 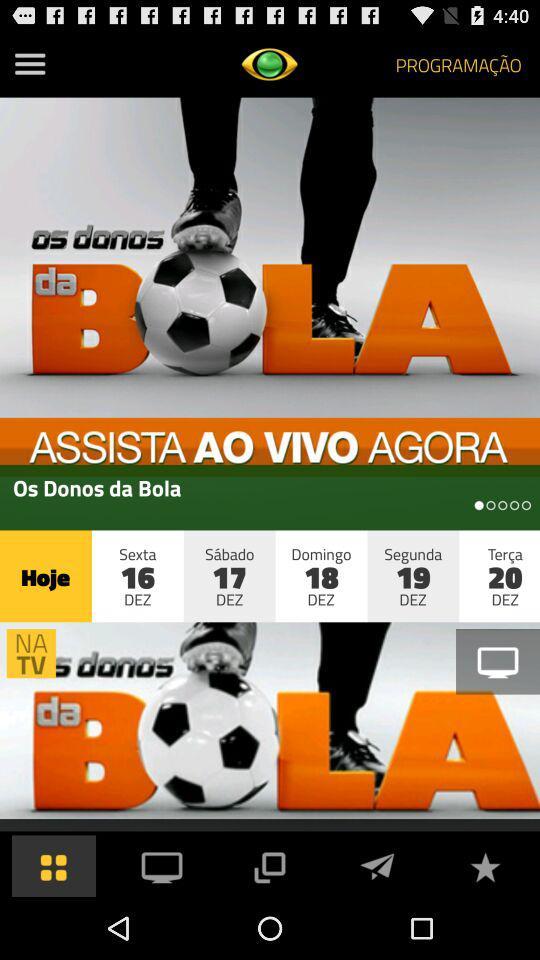 What do you see at coordinates (29, 68) in the screenshot?
I see `the menu icon` at bounding box center [29, 68].